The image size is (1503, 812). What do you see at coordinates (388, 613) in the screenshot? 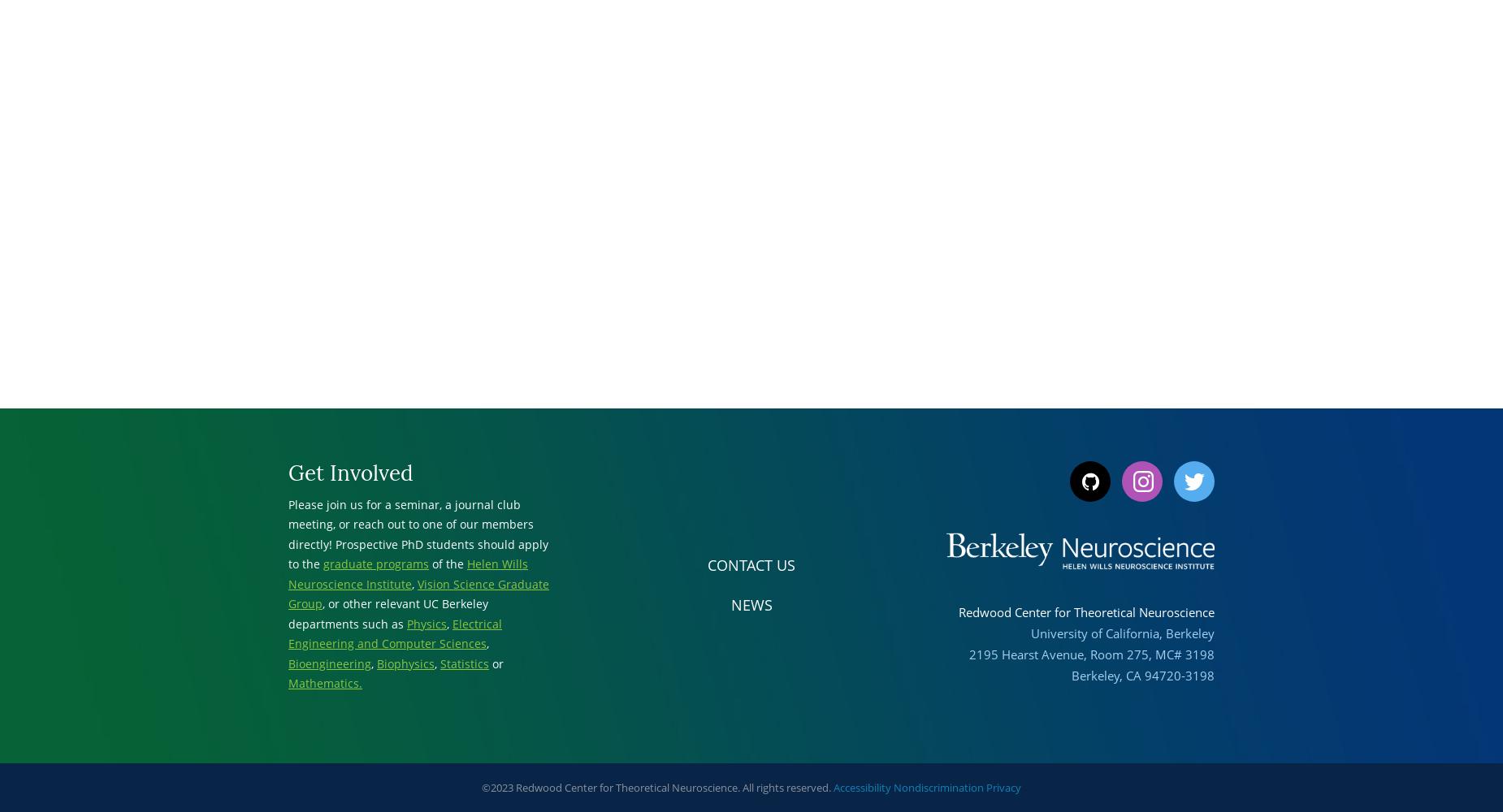
I see `', or other relevant UC Berkeley departments such as'` at bounding box center [388, 613].